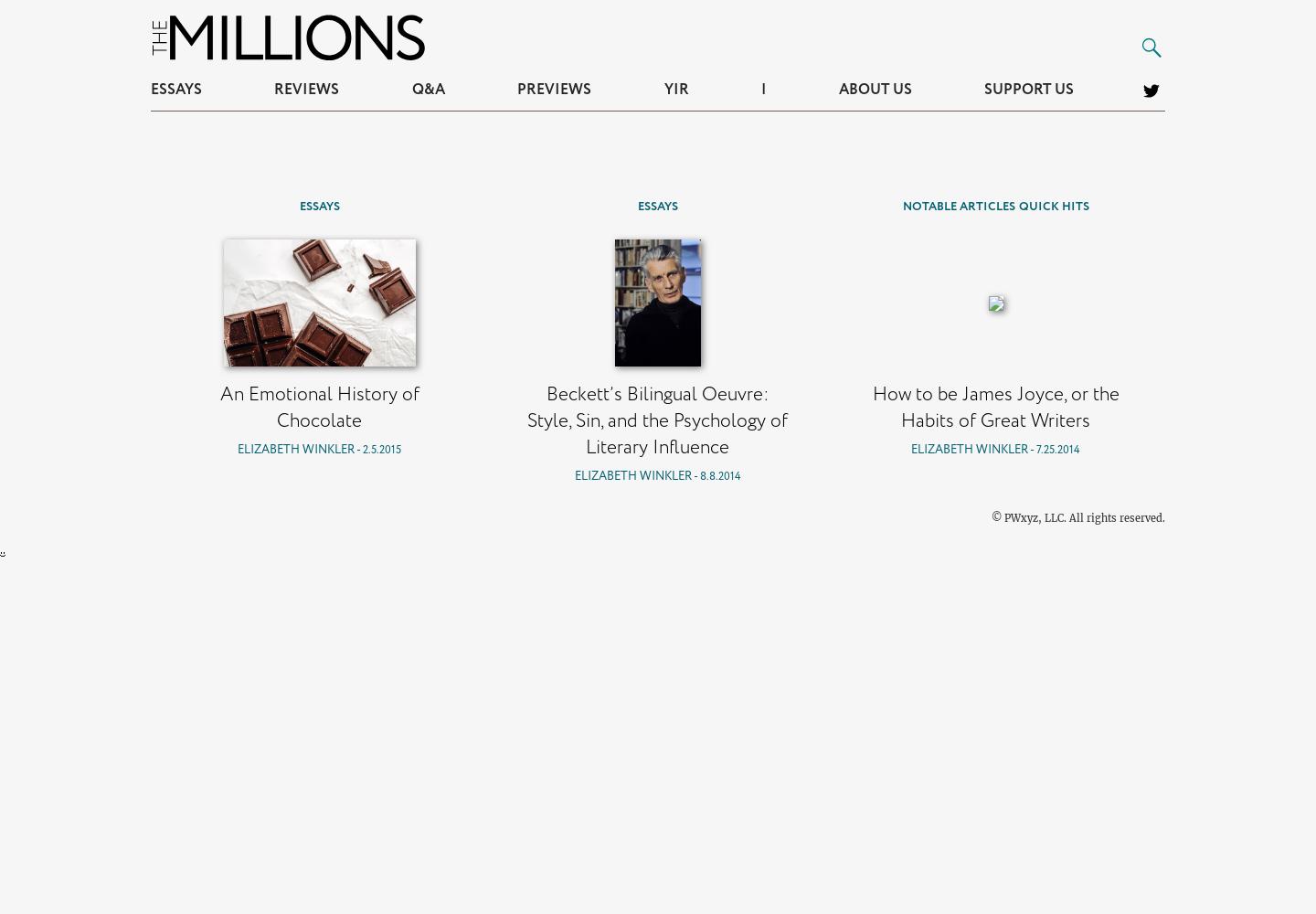 The image size is (1316, 914). What do you see at coordinates (1077, 517) in the screenshot?
I see `'© PWxyz, LLC. All rights reserved.'` at bounding box center [1077, 517].